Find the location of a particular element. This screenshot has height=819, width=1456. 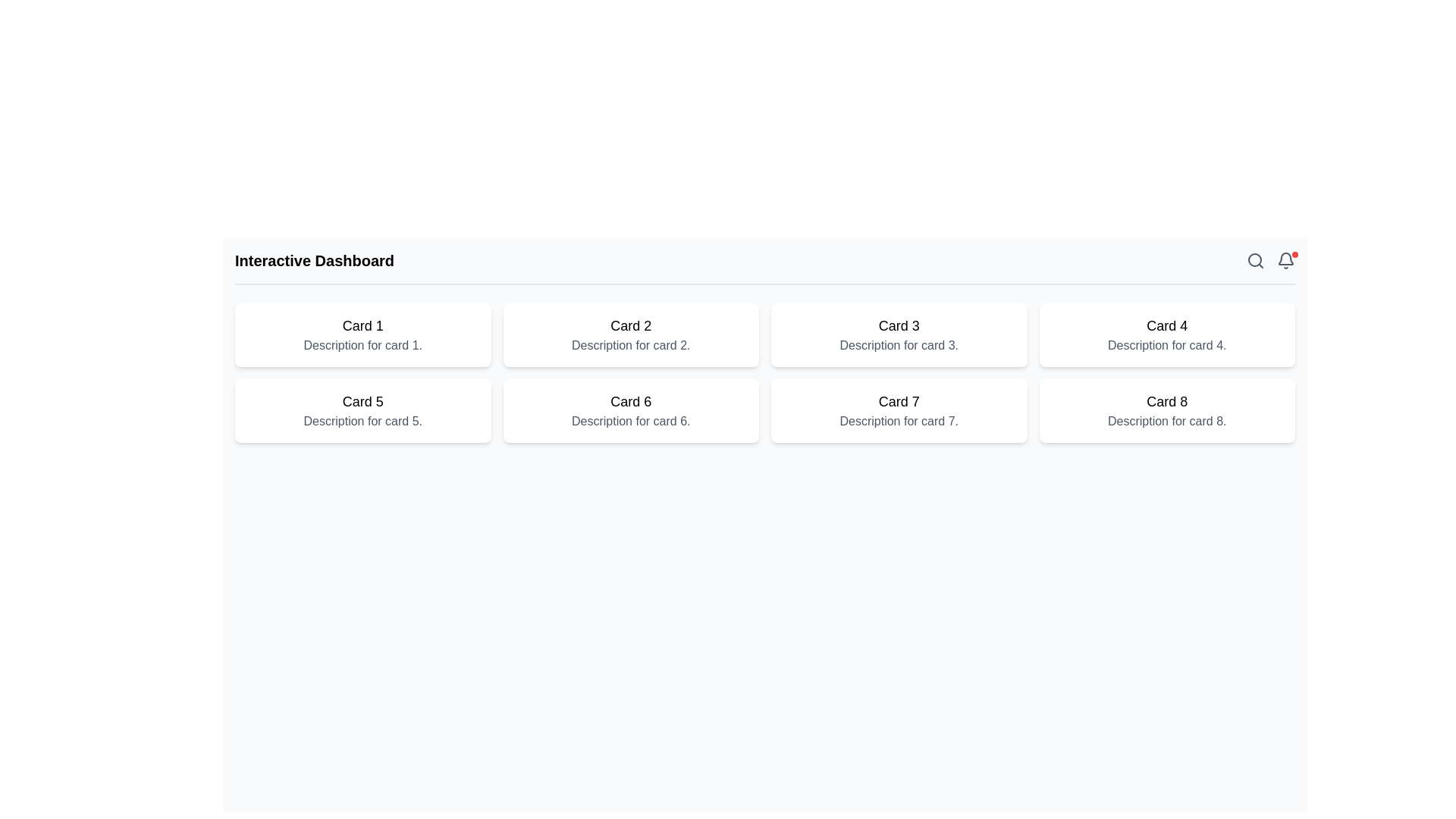

'Card 4' located at the top-right corner of the grid to interact or open details is located at coordinates (1166, 334).